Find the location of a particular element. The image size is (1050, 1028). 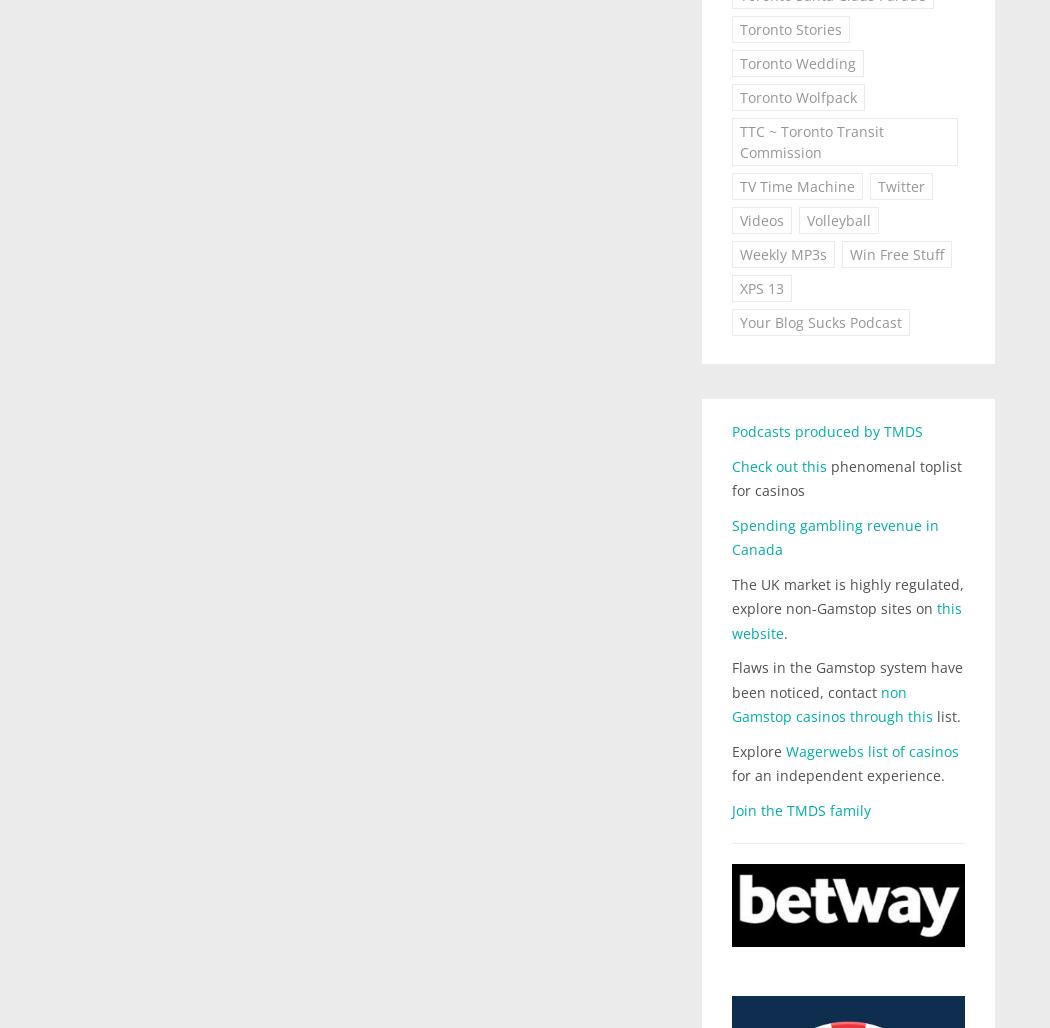

'XPS 13' is located at coordinates (761, 288).